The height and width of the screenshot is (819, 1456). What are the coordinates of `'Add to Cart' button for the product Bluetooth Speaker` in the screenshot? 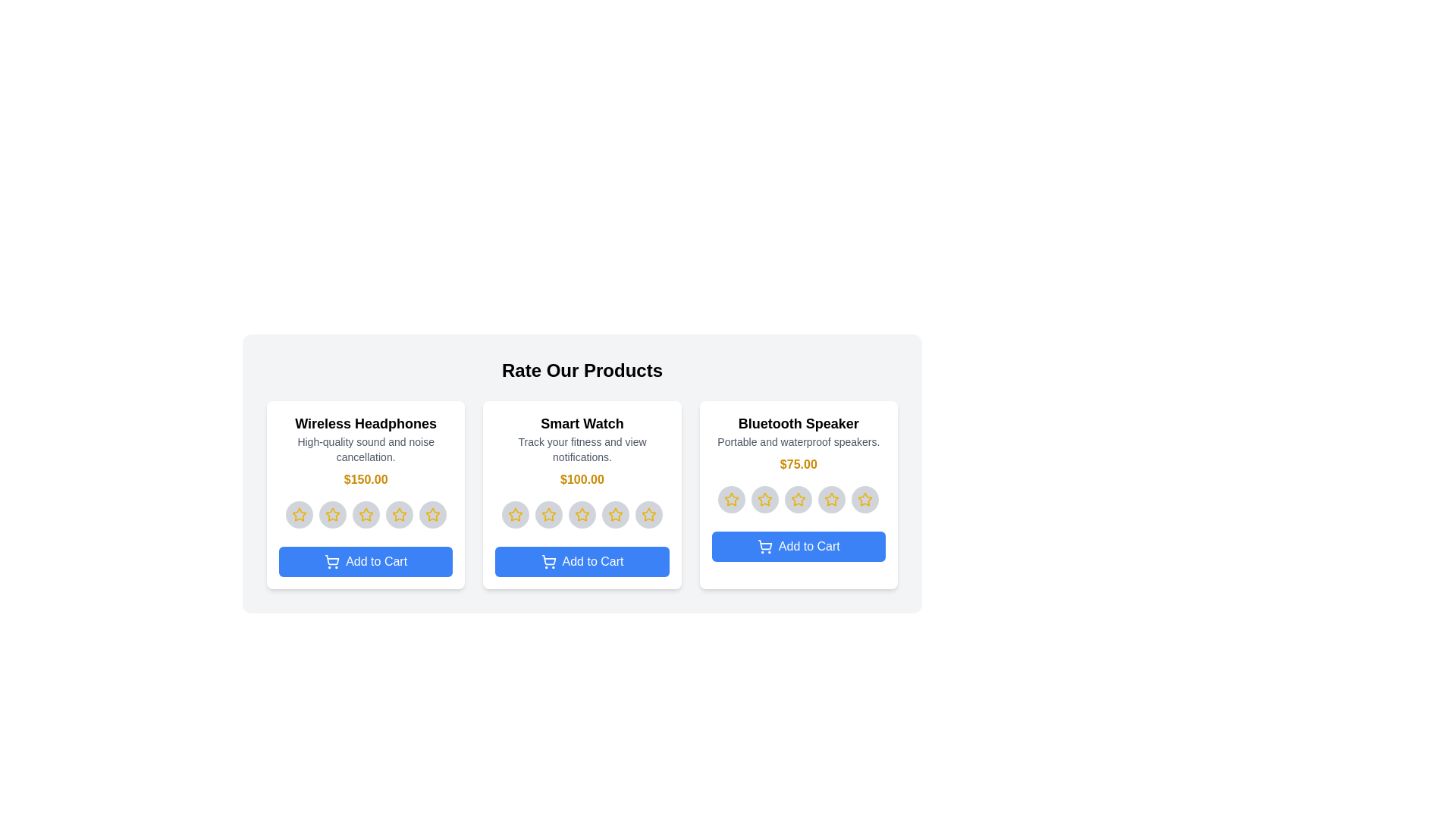 It's located at (798, 547).